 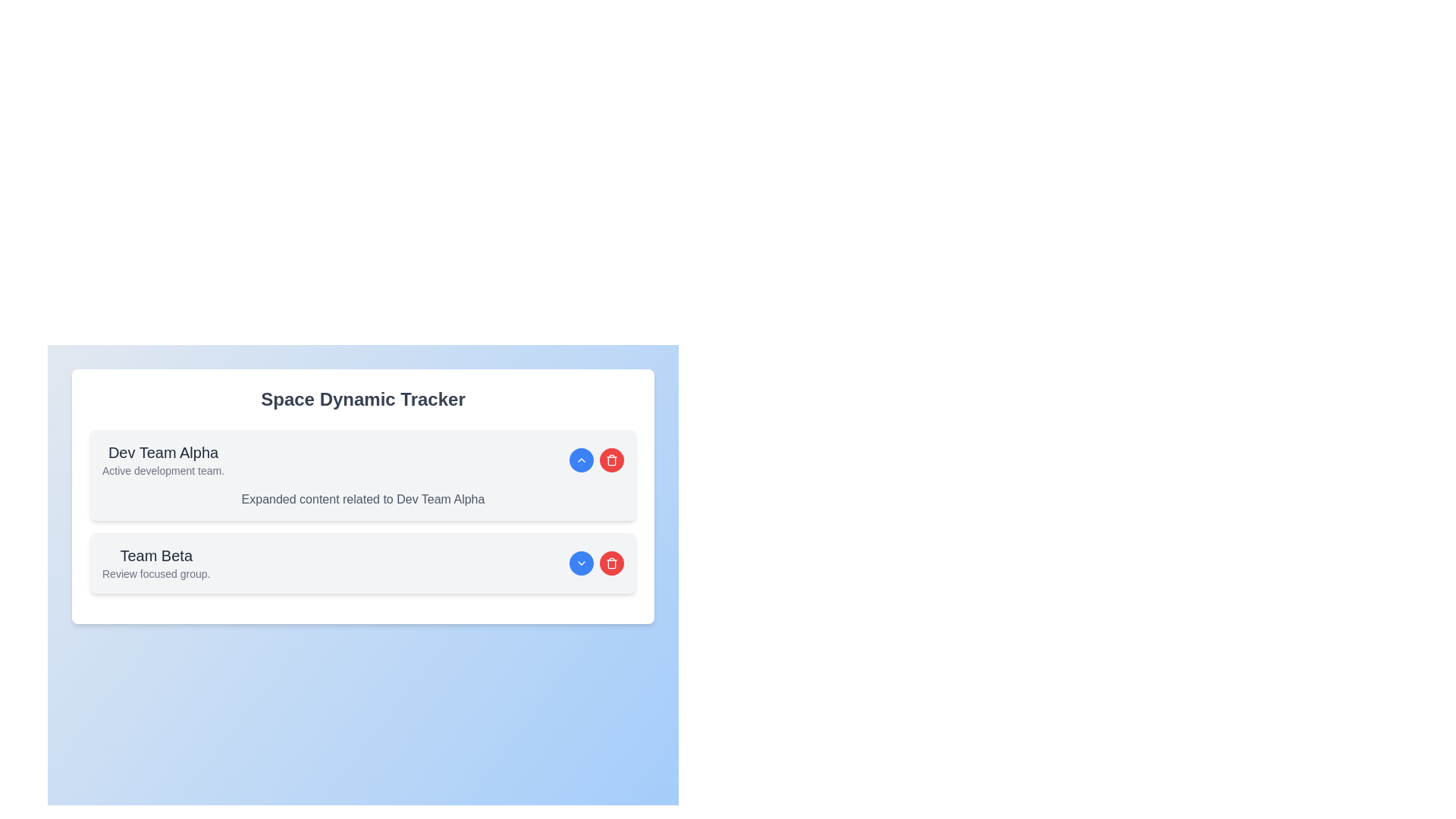 I want to click on text label that serves as a heading for the content below it, located at the central upper portion of the interface, so click(x=362, y=399).